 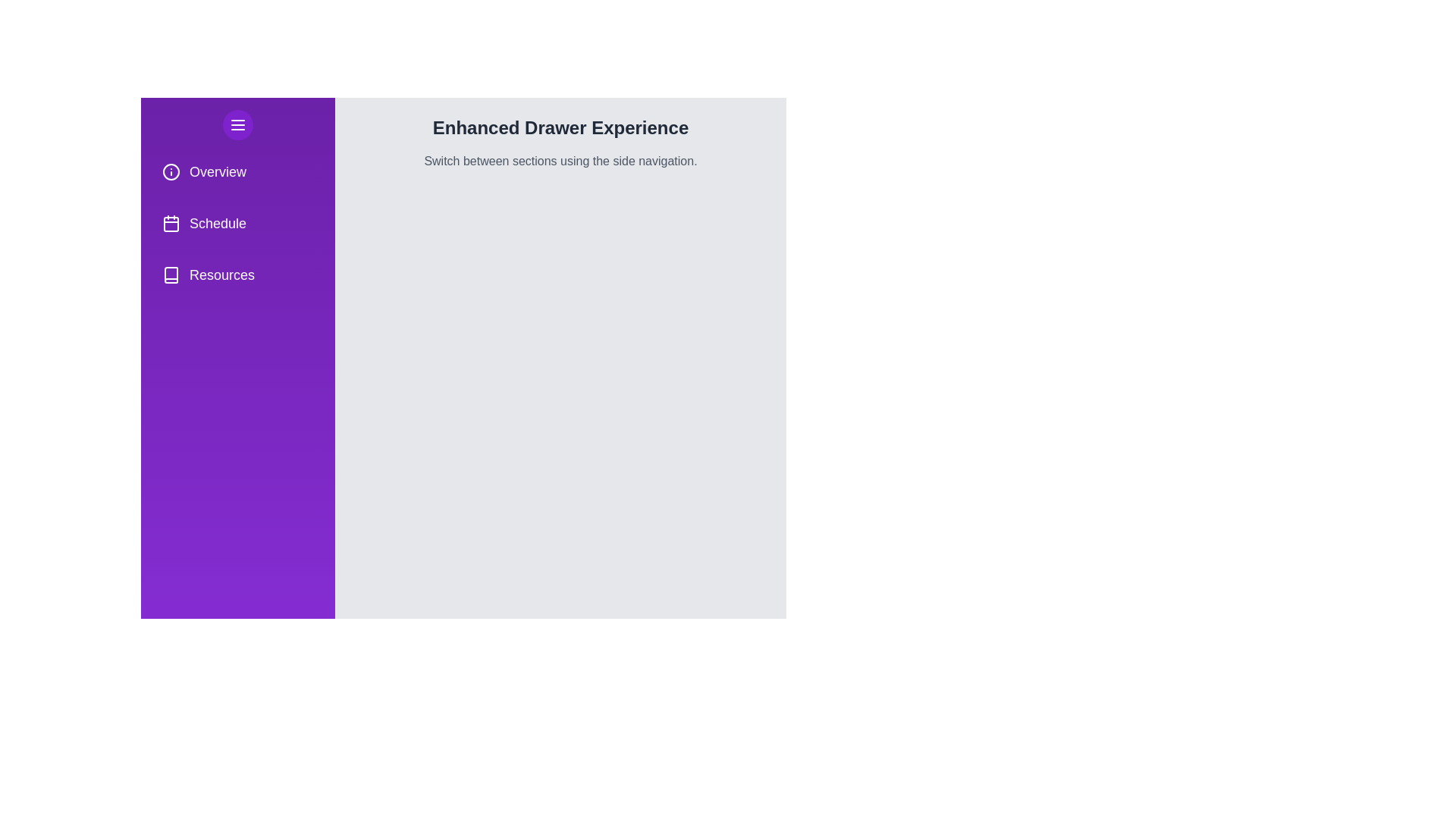 I want to click on the navigation menu item Overview, so click(x=237, y=171).